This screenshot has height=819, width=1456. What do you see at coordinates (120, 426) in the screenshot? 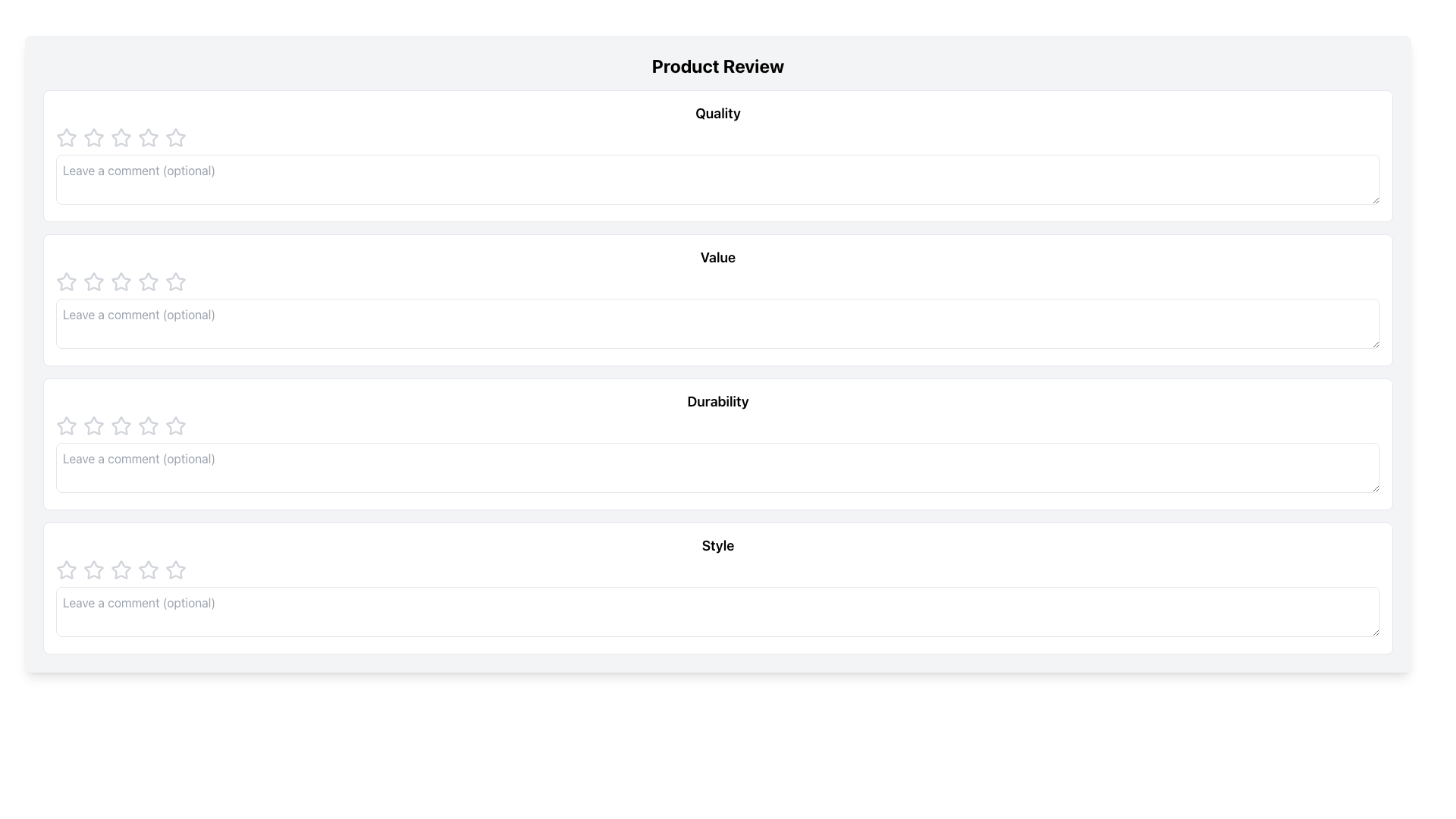
I see `the fourth star icon in the 'Durability' category of the rating system to provide visual feedback` at bounding box center [120, 426].